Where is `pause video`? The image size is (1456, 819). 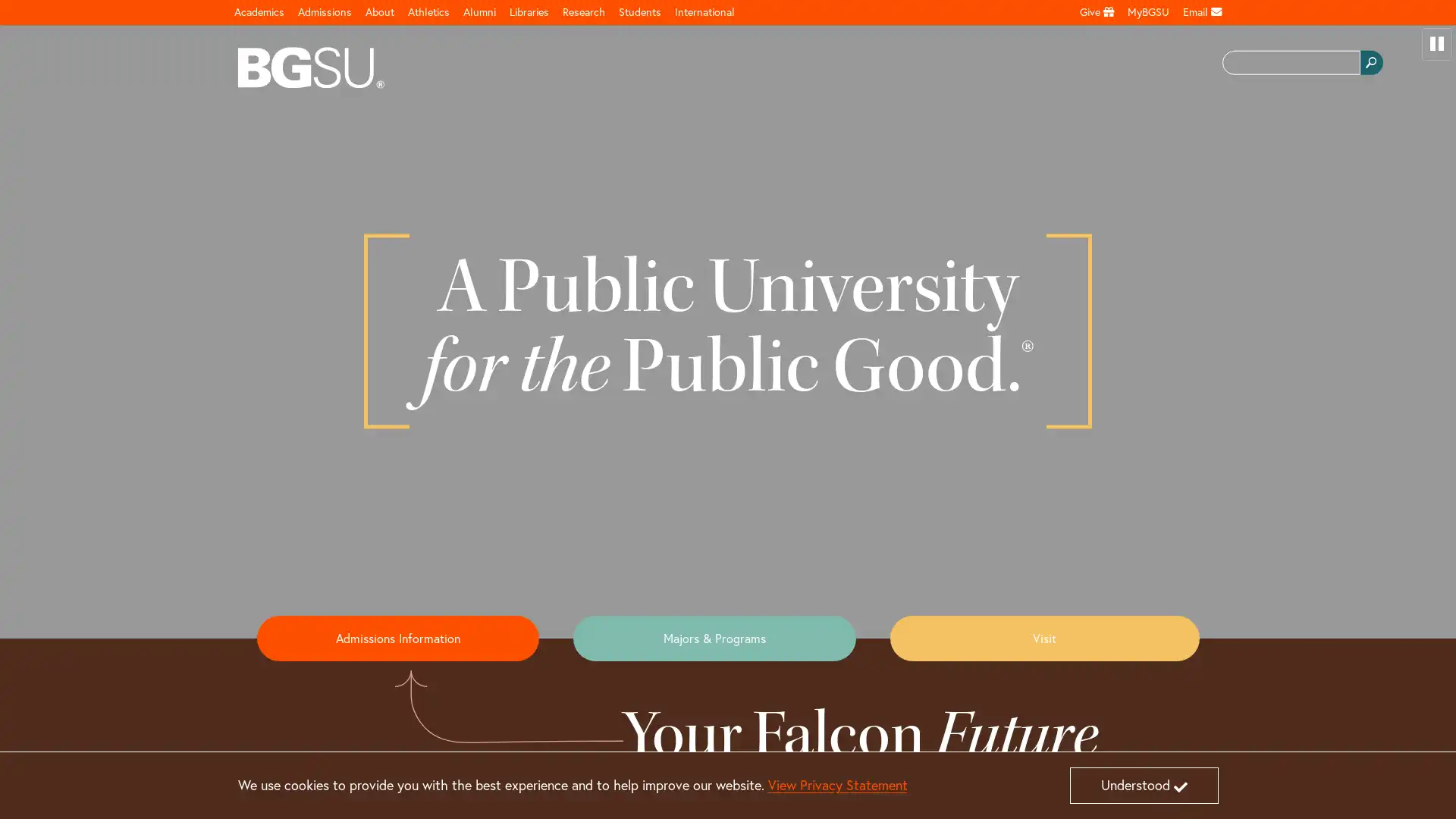 pause video is located at coordinates (1436, 42).